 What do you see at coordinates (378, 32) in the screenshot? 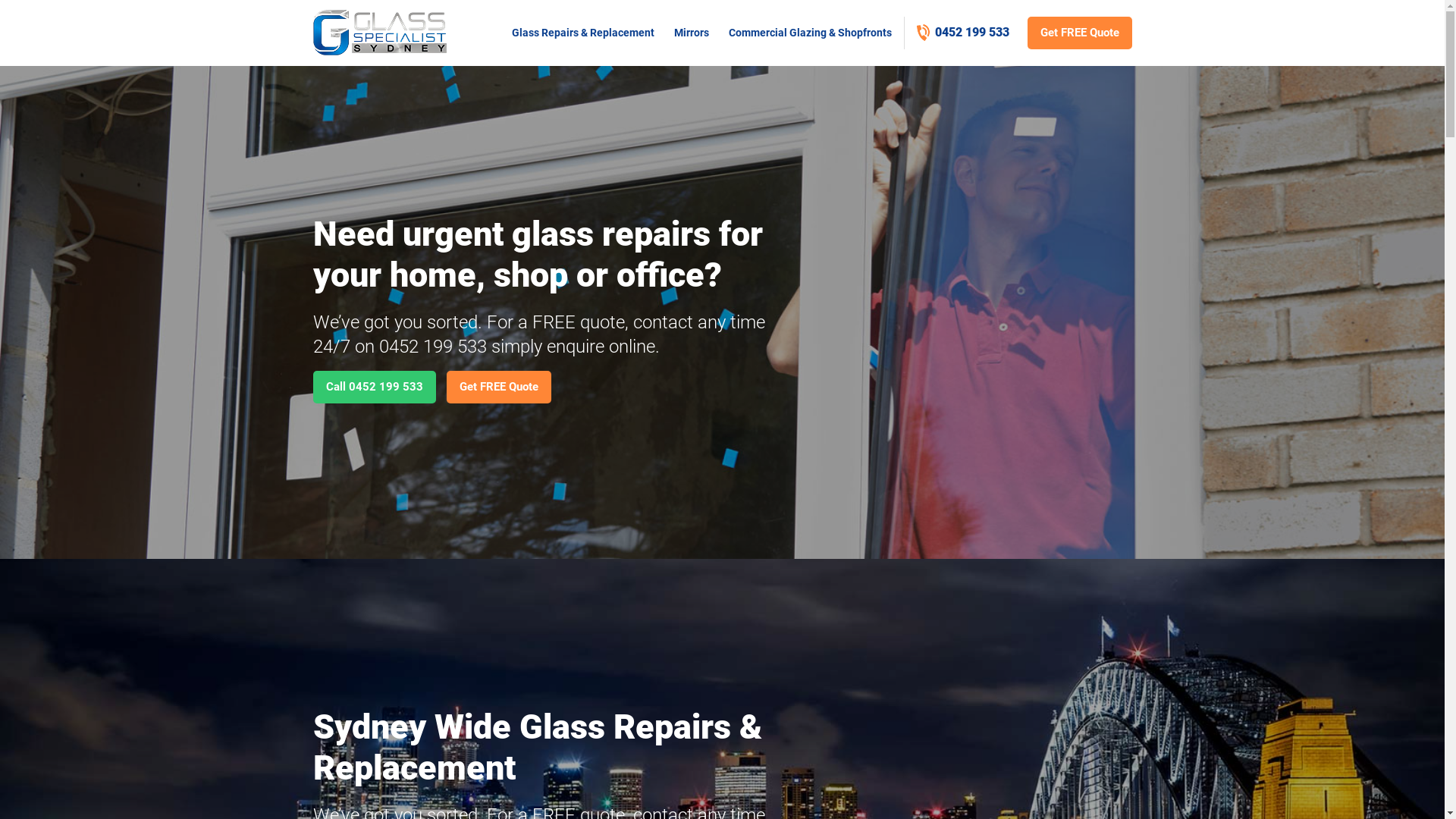
I see `'Sydney Glass Specialist'` at bounding box center [378, 32].